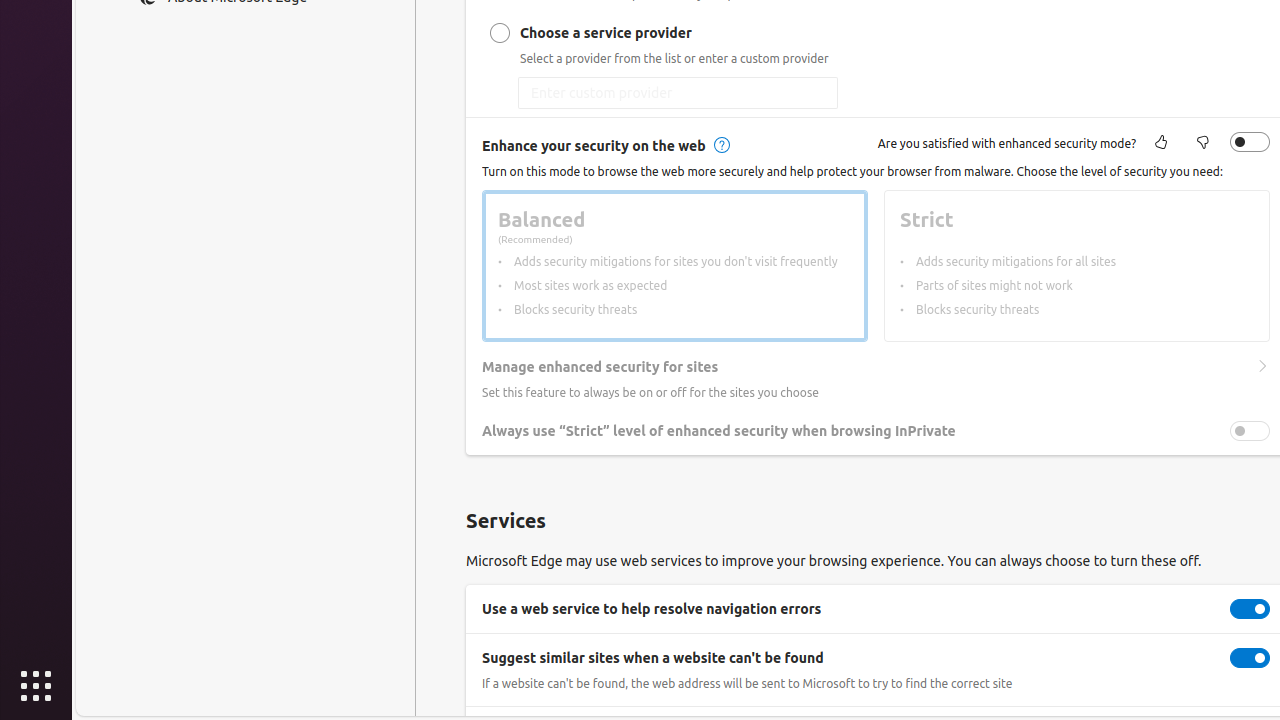 The width and height of the screenshot is (1280, 720). I want to click on 'Always use “Strict” level of enhanced security when browsing InPrivate', so click(1249, 429).